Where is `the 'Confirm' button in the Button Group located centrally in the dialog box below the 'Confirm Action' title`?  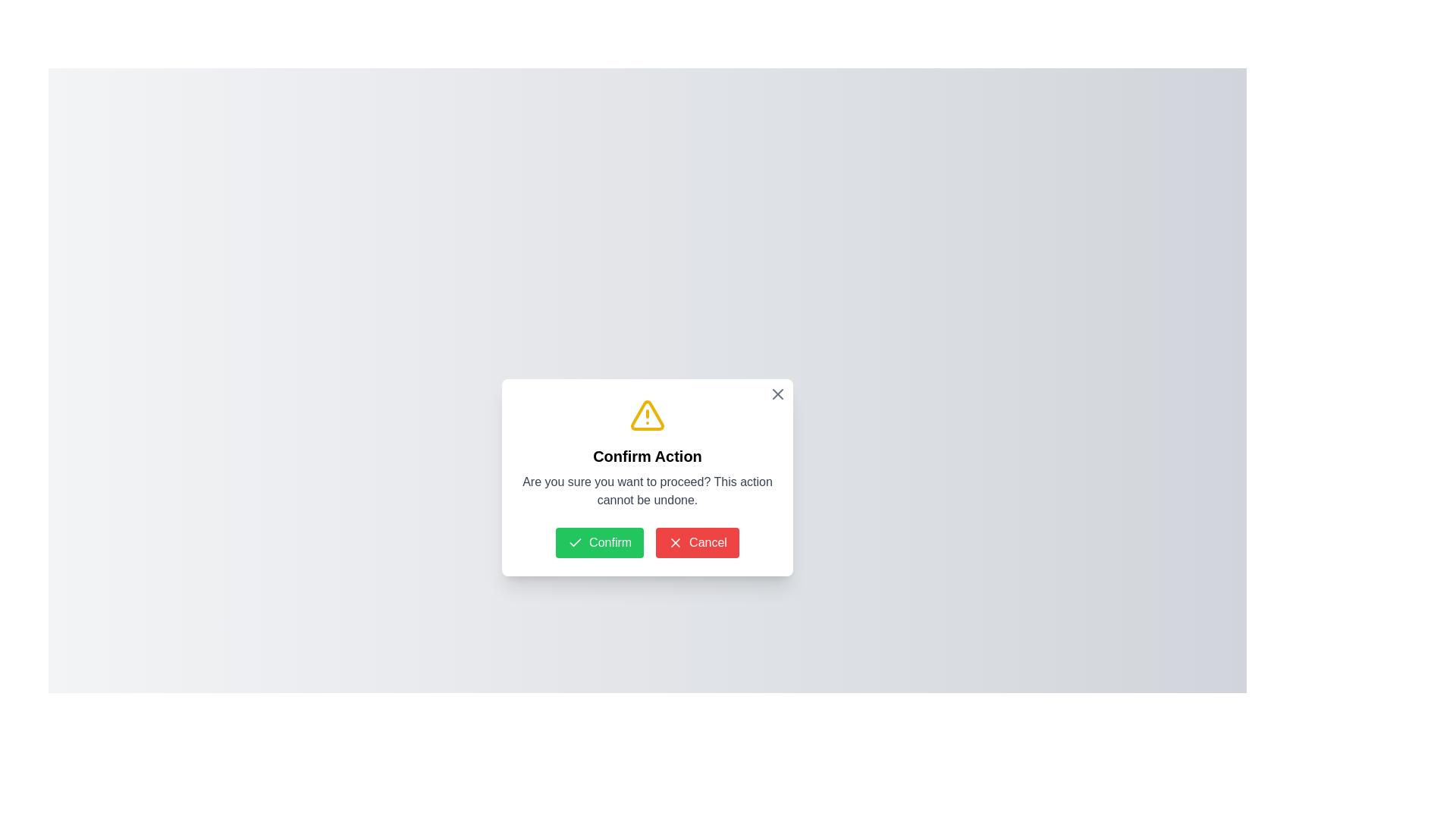
the 'Confirm' button in the Button Group located centrally in the dialog box below the 'Confirm Action' title is located at coordinates (648, 542).